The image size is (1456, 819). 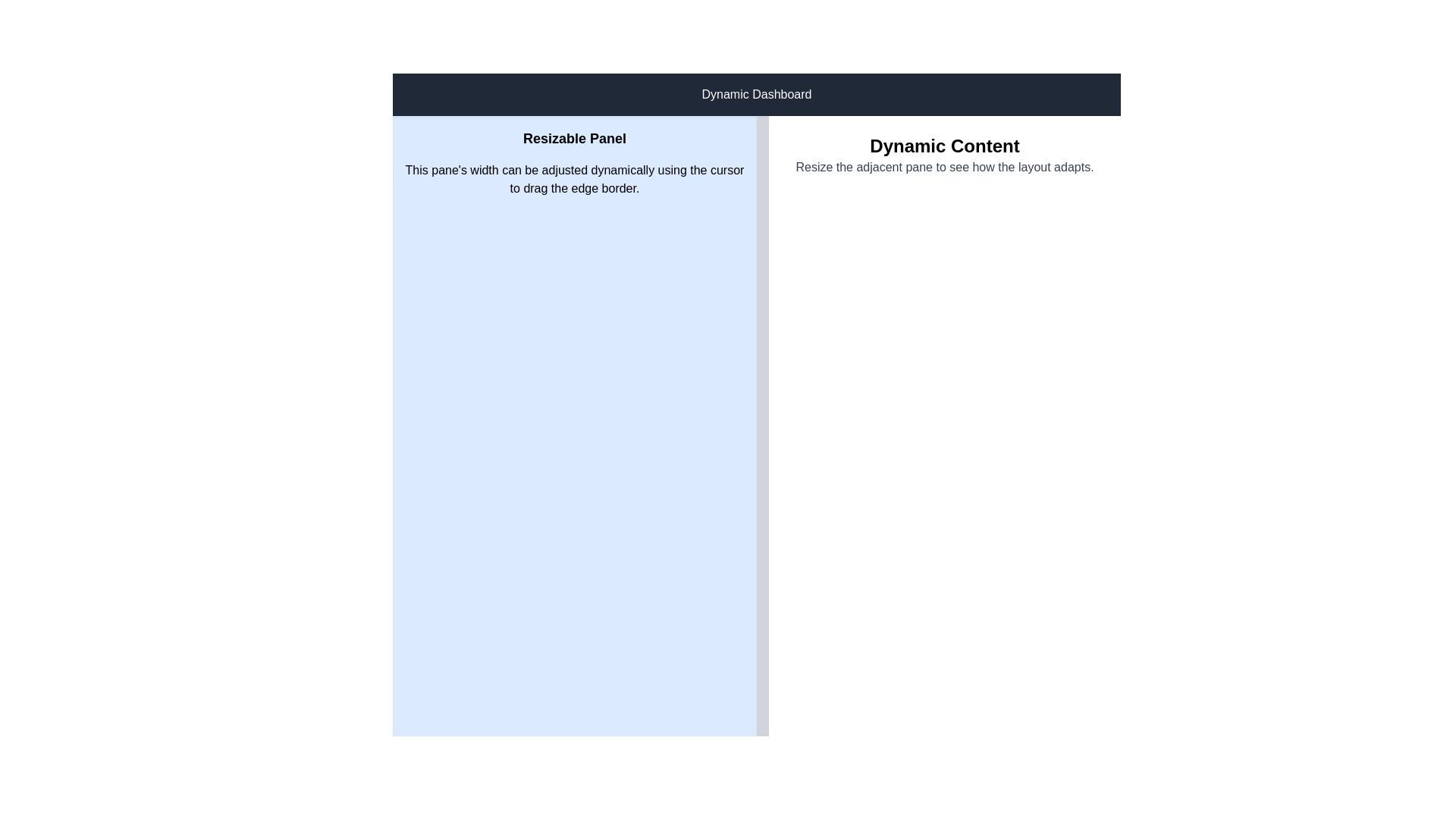 I want to click on the Text Heading that serves as a label for the adjacent resizable panel, positioned at the top of the light blue panel, so click(x=574, y=138).